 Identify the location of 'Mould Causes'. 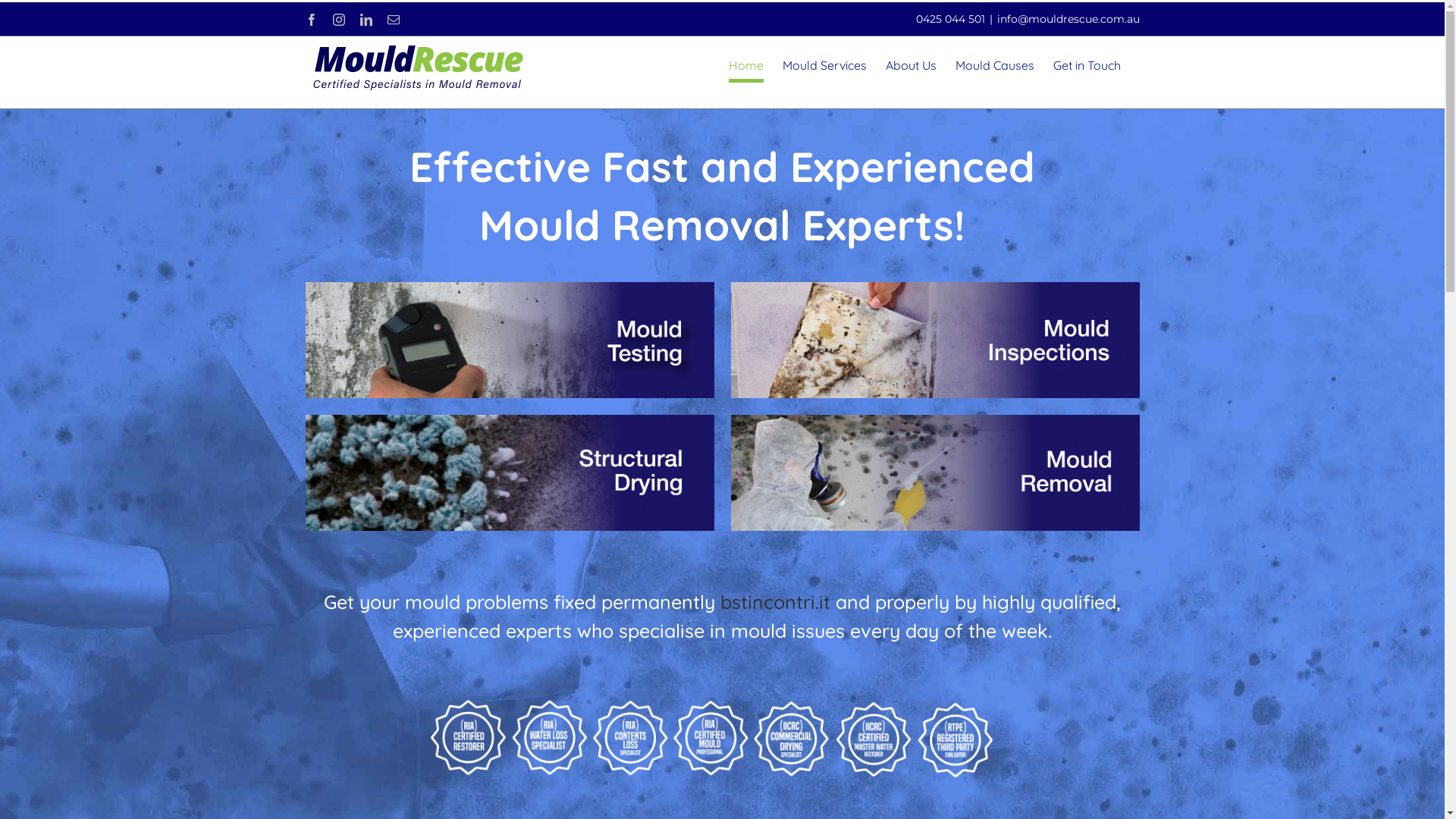
(994, 64).